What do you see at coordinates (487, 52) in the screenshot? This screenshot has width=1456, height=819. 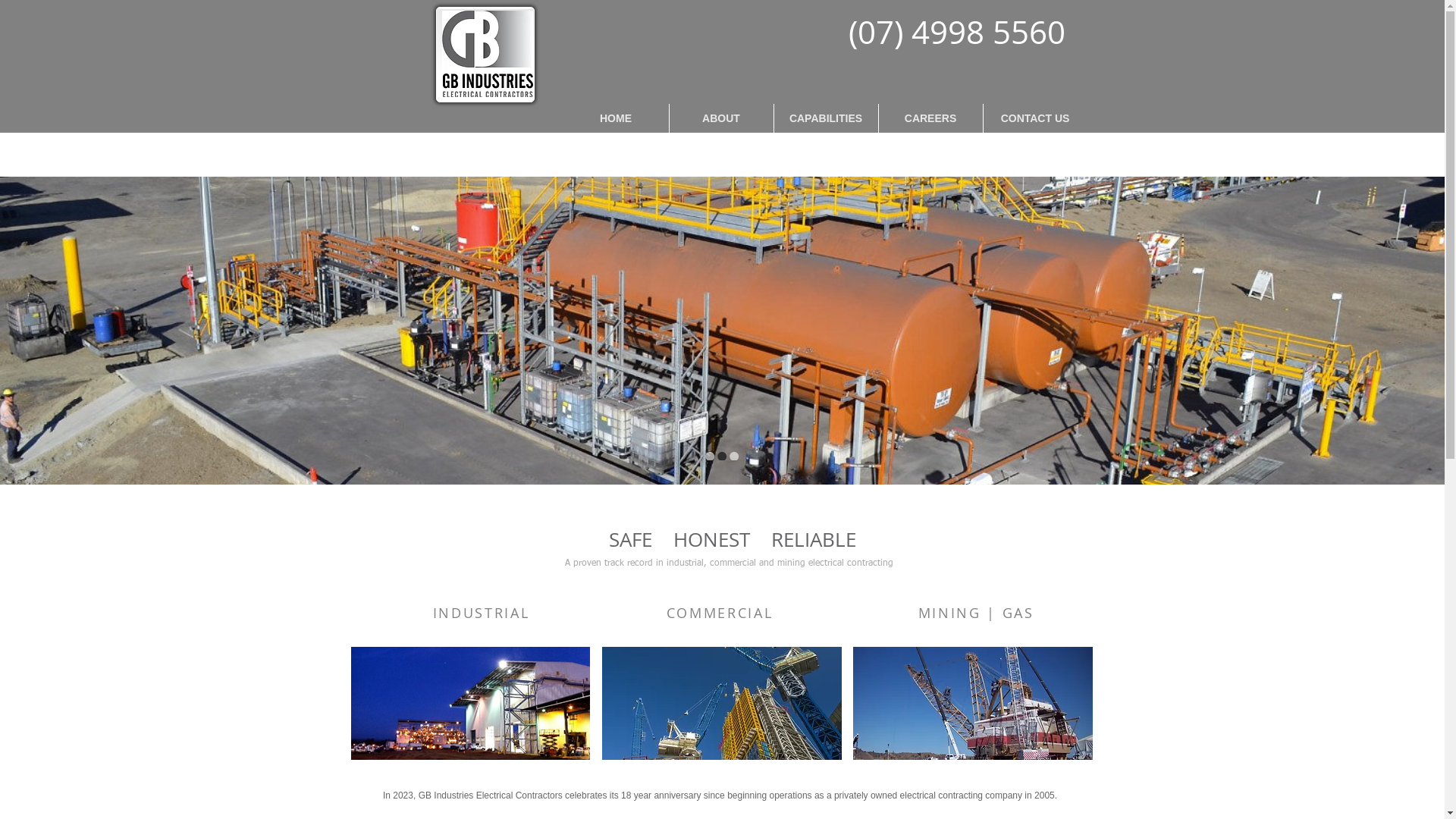 I see `'GB Industries logo.jpg'` at bounding box center [487, 52].